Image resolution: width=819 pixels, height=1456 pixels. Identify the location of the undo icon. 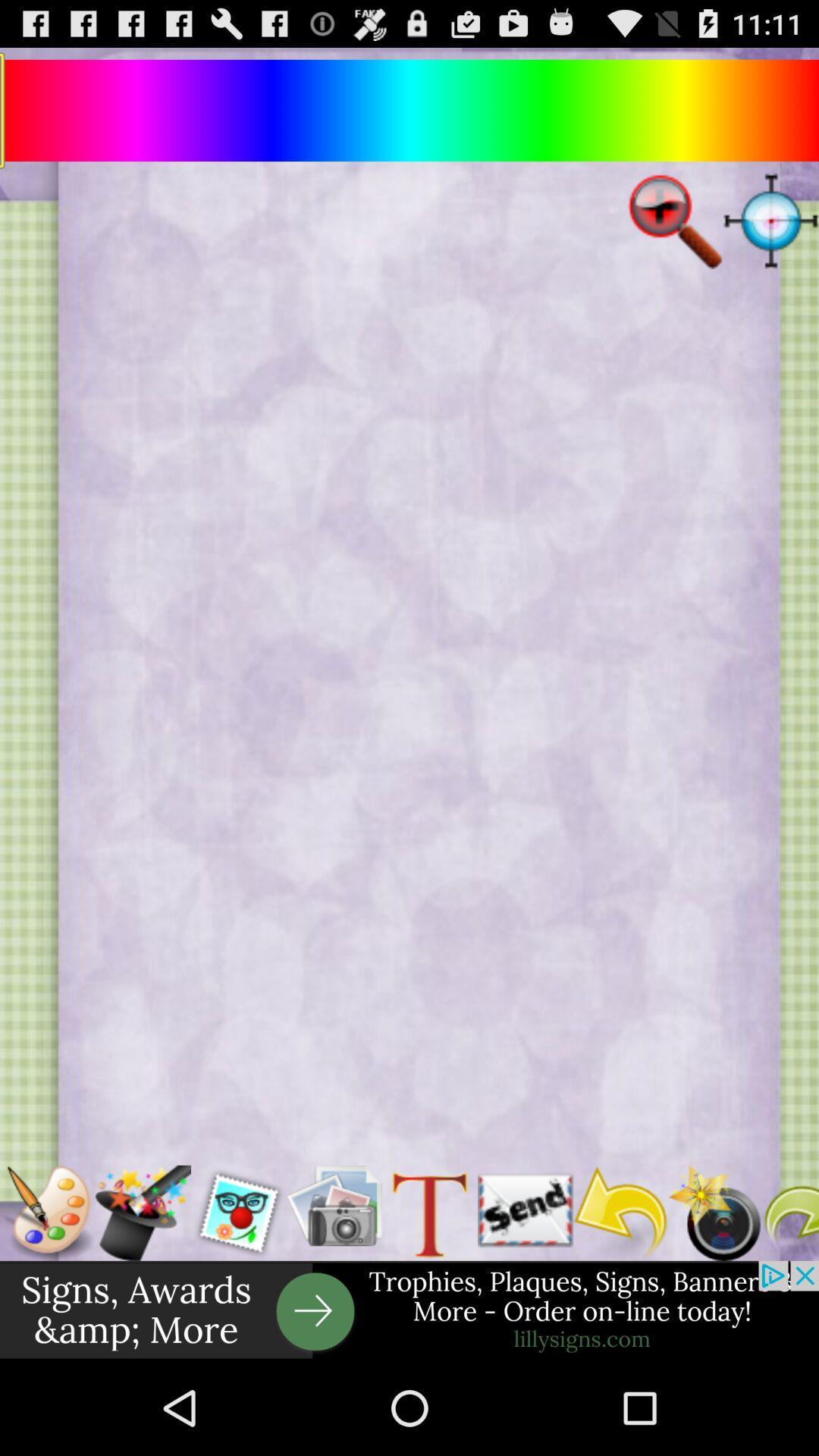
(620, 1298).